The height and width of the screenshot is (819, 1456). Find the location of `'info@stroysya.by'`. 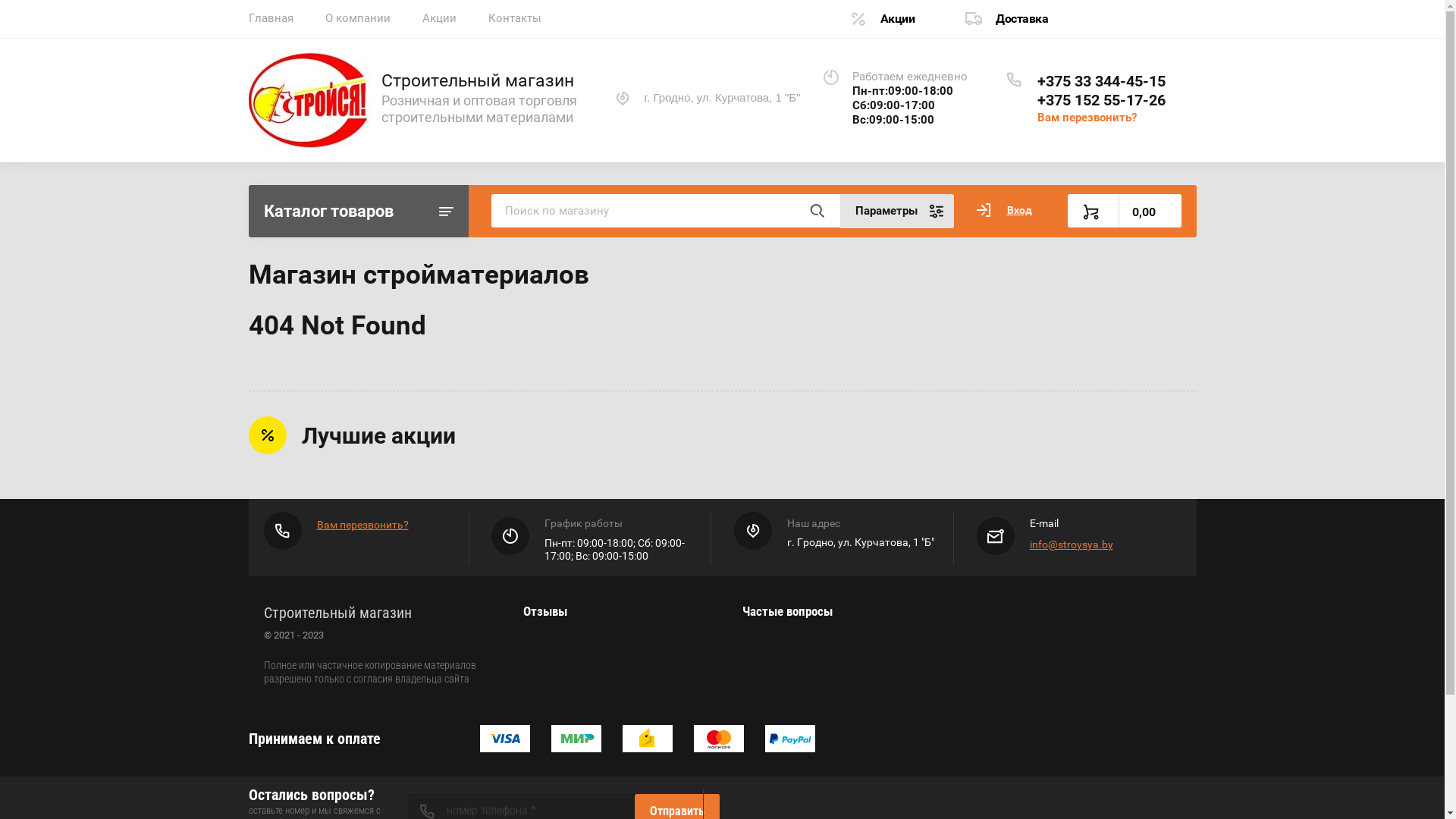

'info@stroysya.by' is located at coordinates (1070, 543).